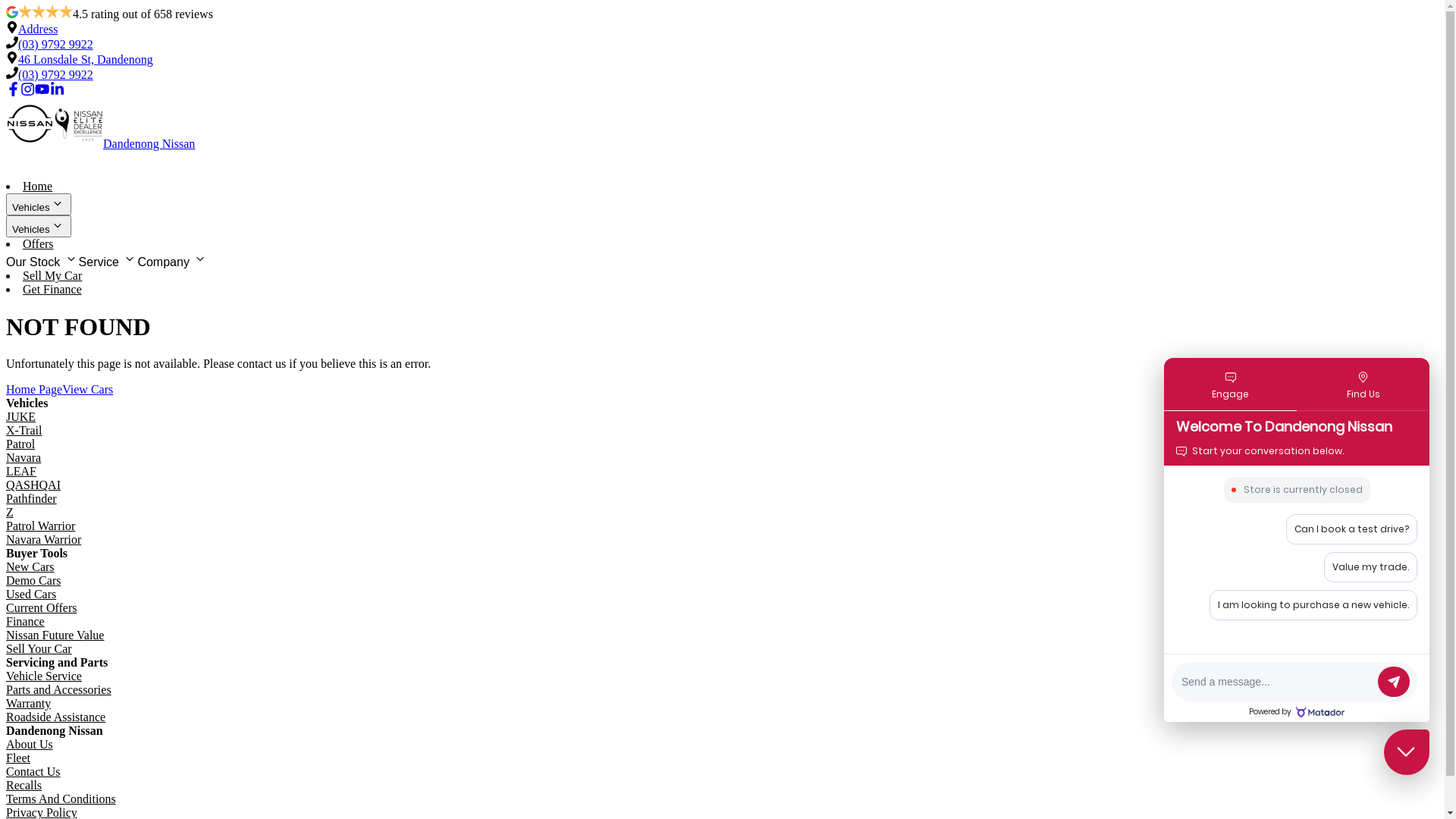  I want to click on 'Get Finance', so click(52, 289).